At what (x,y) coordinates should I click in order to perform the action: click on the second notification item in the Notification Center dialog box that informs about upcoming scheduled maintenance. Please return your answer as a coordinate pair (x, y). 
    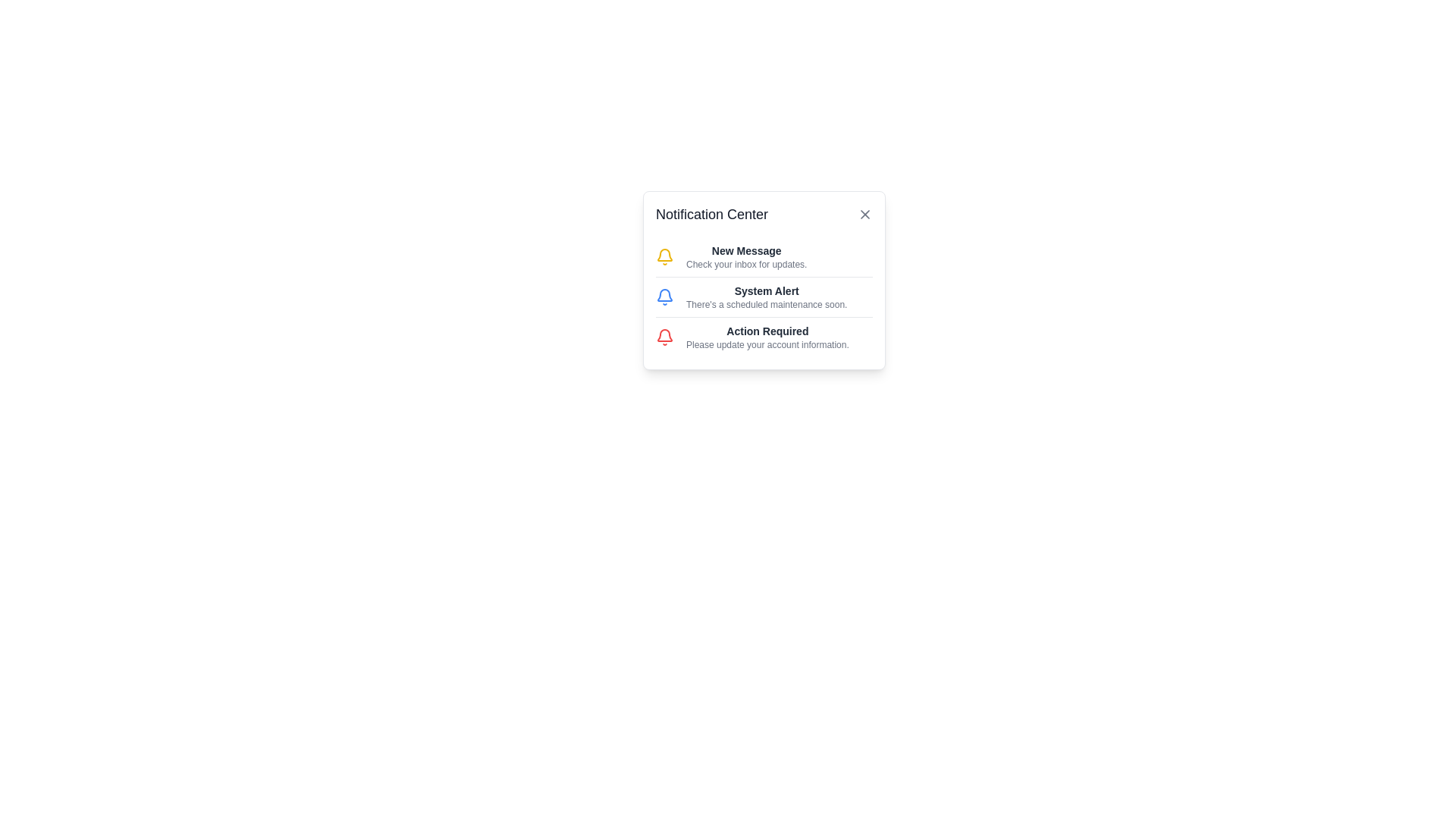
    Looking at the image, I should click on (764, 281).